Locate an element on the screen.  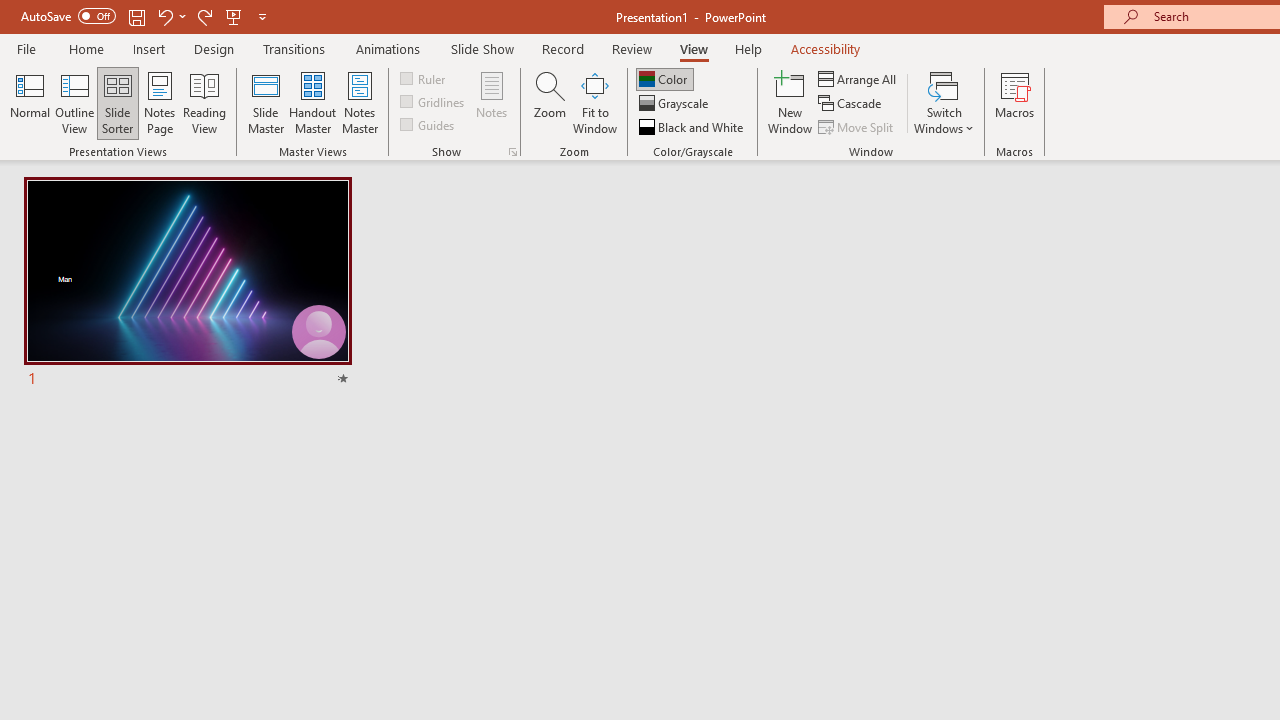
'New Window' is located at coordinates (789, 103).